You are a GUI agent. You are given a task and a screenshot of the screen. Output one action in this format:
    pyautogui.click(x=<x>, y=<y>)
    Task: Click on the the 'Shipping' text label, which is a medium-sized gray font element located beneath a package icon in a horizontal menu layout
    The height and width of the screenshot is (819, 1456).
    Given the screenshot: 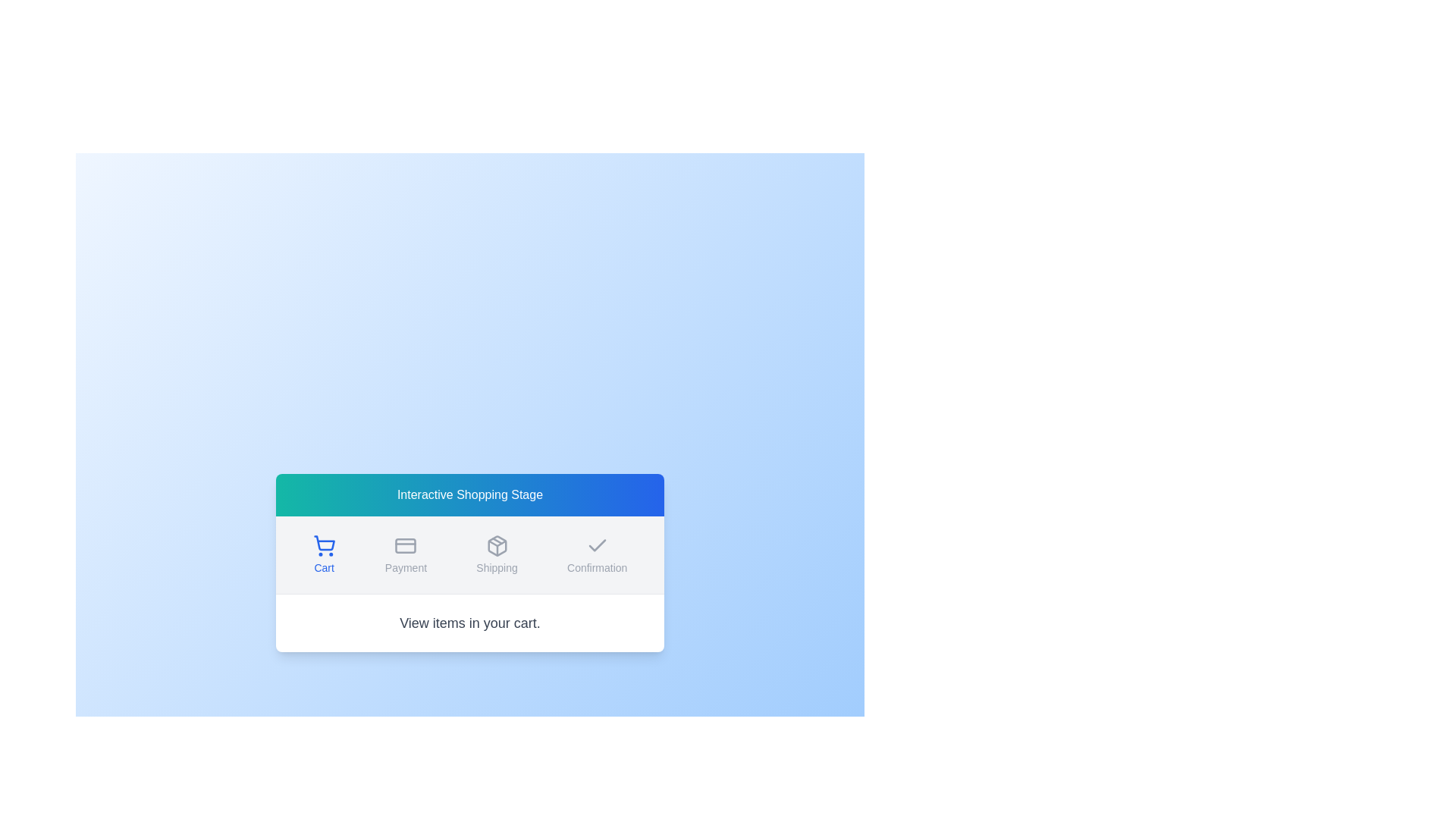 What is the action you would take?
    pyautogui.click(x=497, y=567)
    